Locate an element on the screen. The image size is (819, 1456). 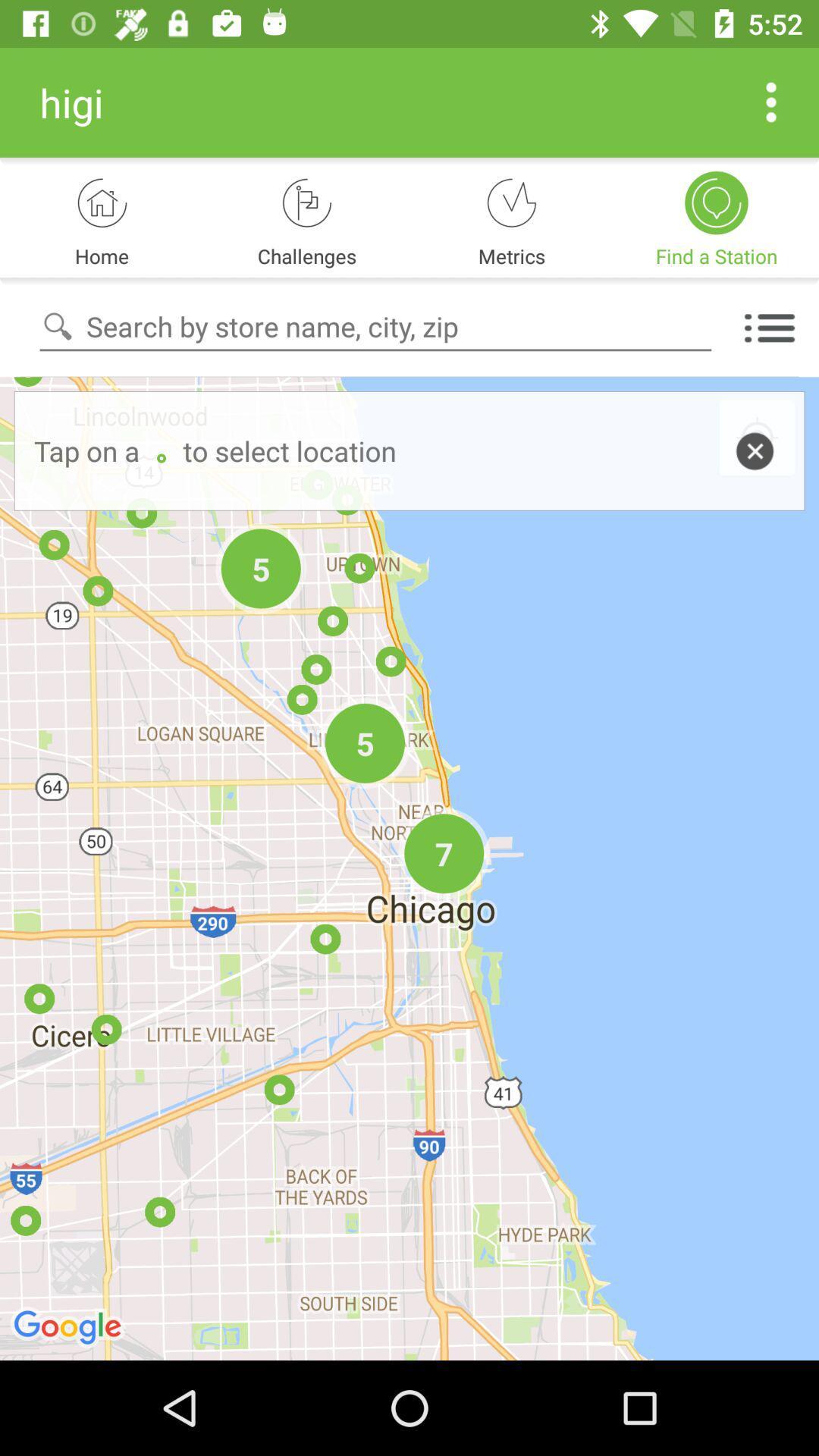
the fourth option which is right side of metrics is located at coordinates (717, 202).